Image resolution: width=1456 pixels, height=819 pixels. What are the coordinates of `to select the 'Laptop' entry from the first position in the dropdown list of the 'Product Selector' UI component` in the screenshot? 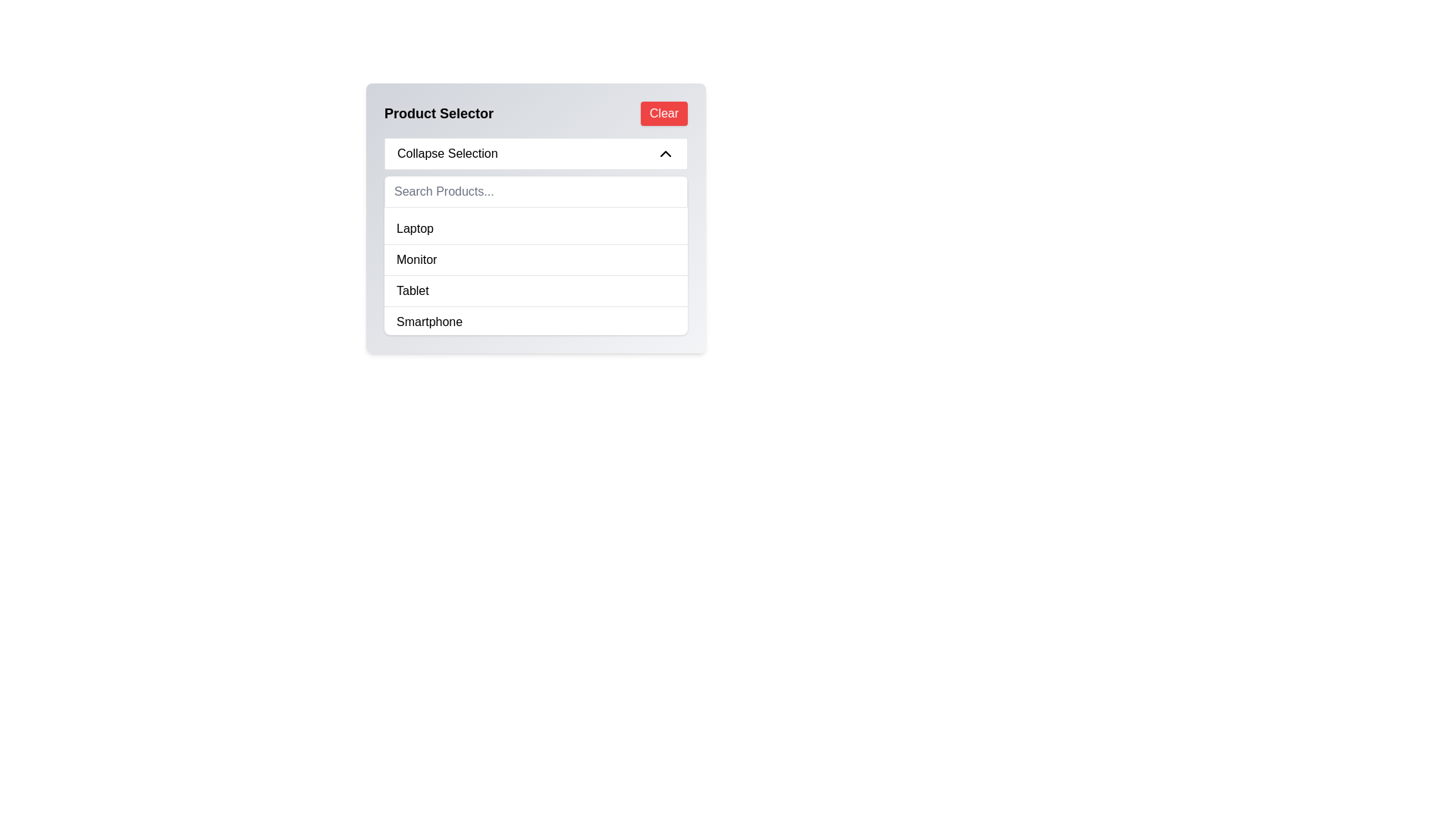 It's located at (535, 237).